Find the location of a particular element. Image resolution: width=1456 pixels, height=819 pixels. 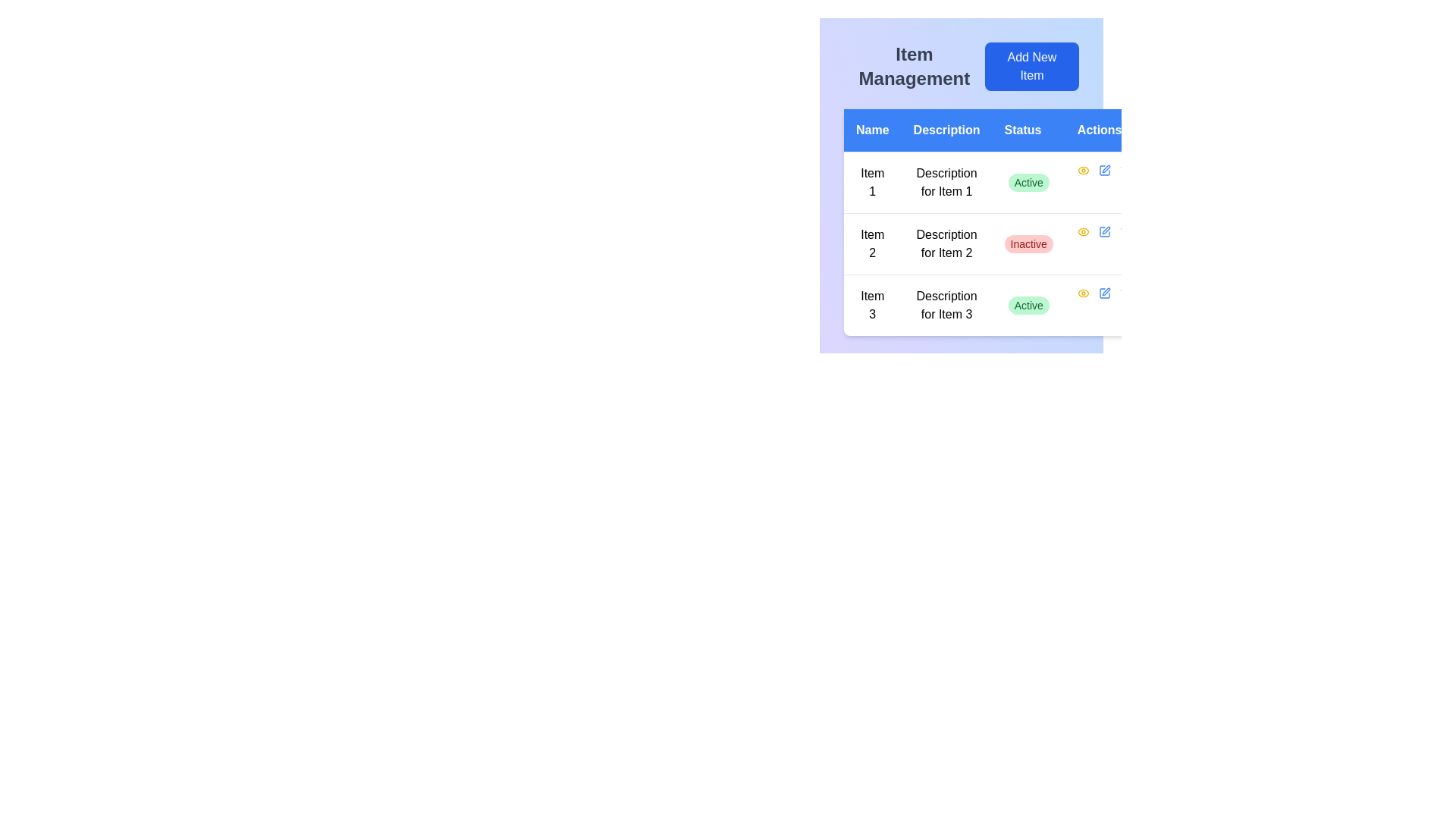

the Status badge in the first row under the 'Status' header, which indicates that 'Item 1' is currently active is located at coordinates (1028, 181).